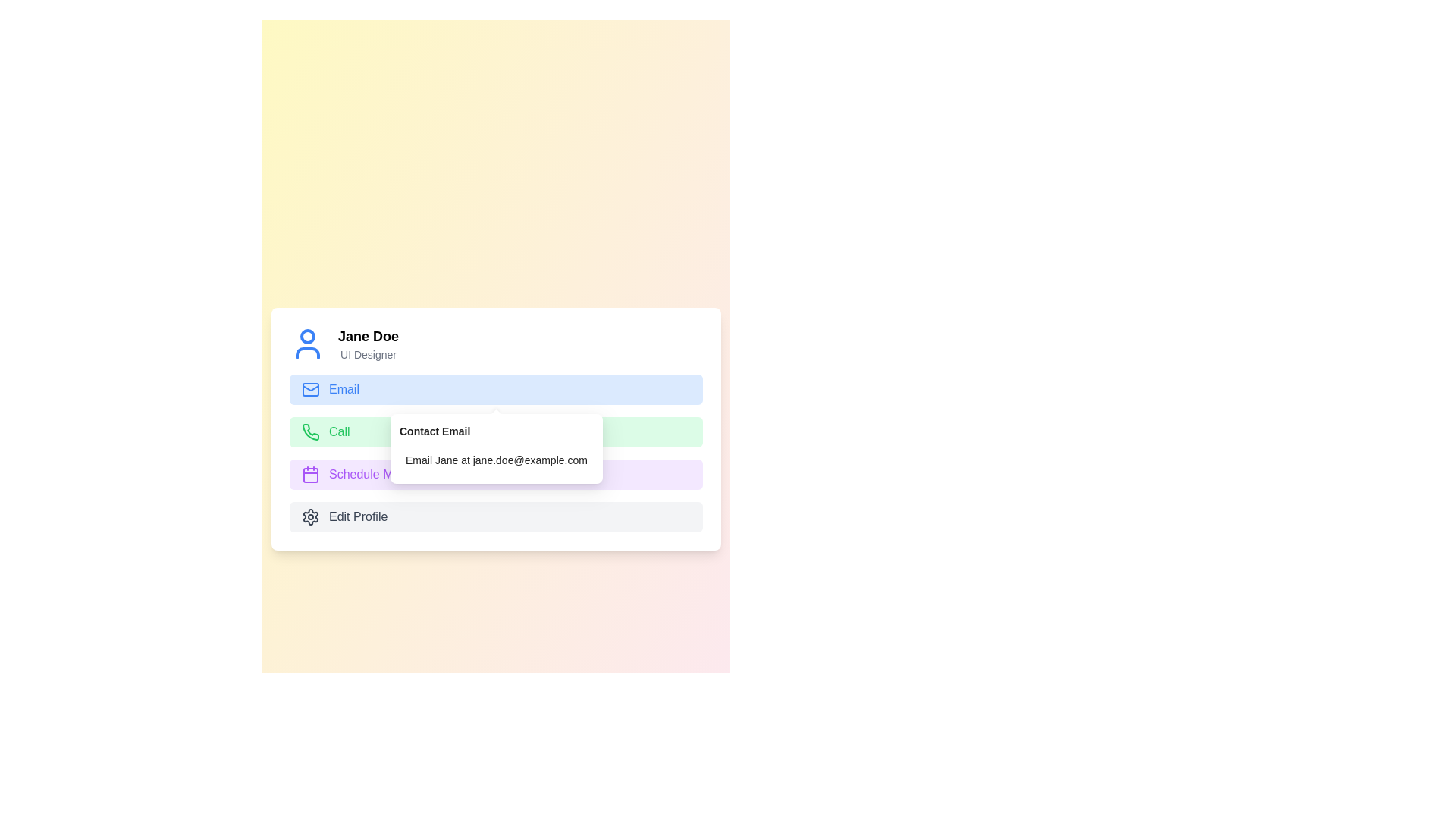  I want to click on the user identification Text Display located to the right of the blue-colored profile icon in the upper-left quadrant of the interface, so click(368, 344).